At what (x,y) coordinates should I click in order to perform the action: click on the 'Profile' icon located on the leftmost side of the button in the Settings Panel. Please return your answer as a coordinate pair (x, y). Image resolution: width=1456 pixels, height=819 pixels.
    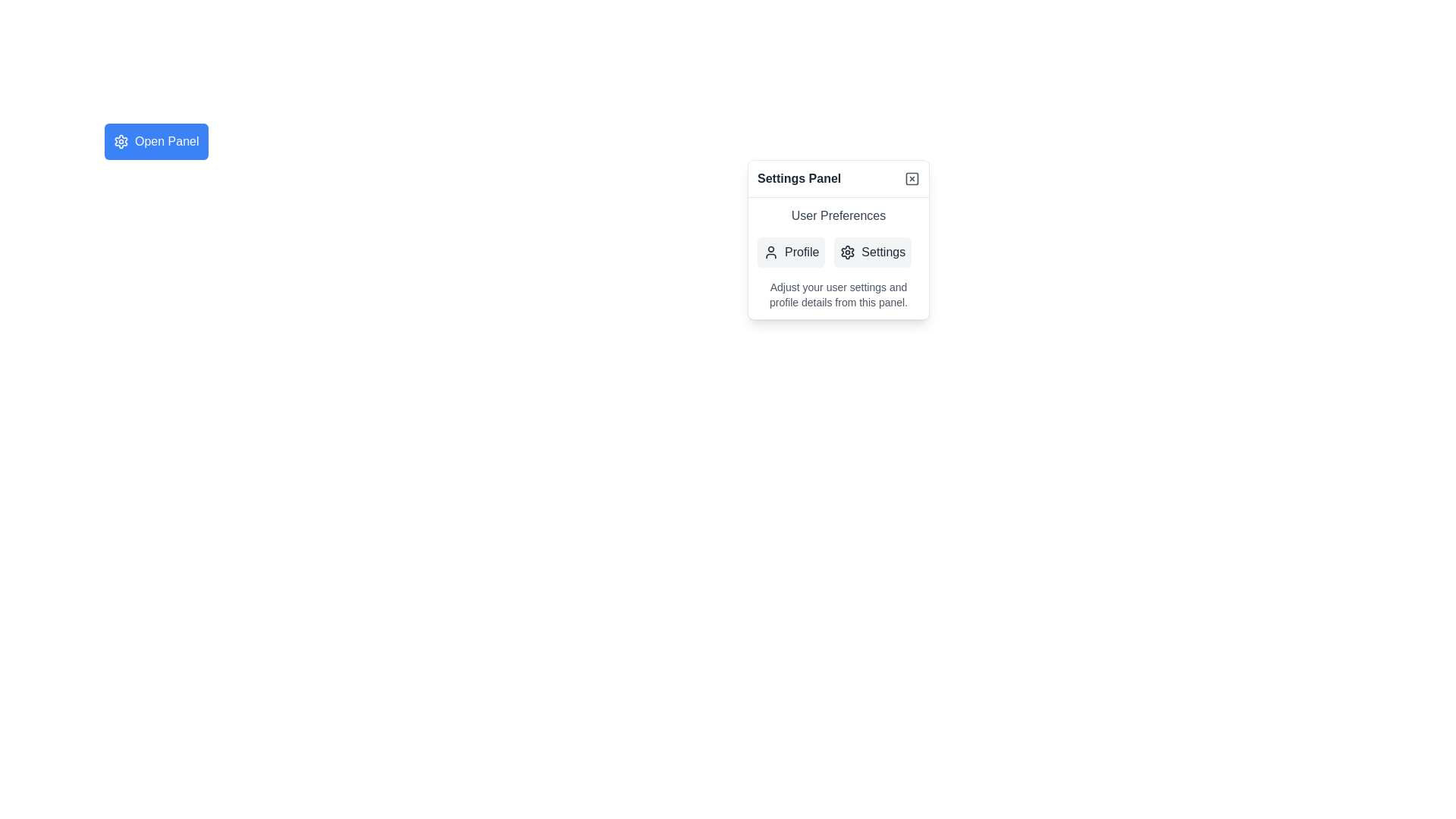
    Looking at the image, I should click on (771, 251).